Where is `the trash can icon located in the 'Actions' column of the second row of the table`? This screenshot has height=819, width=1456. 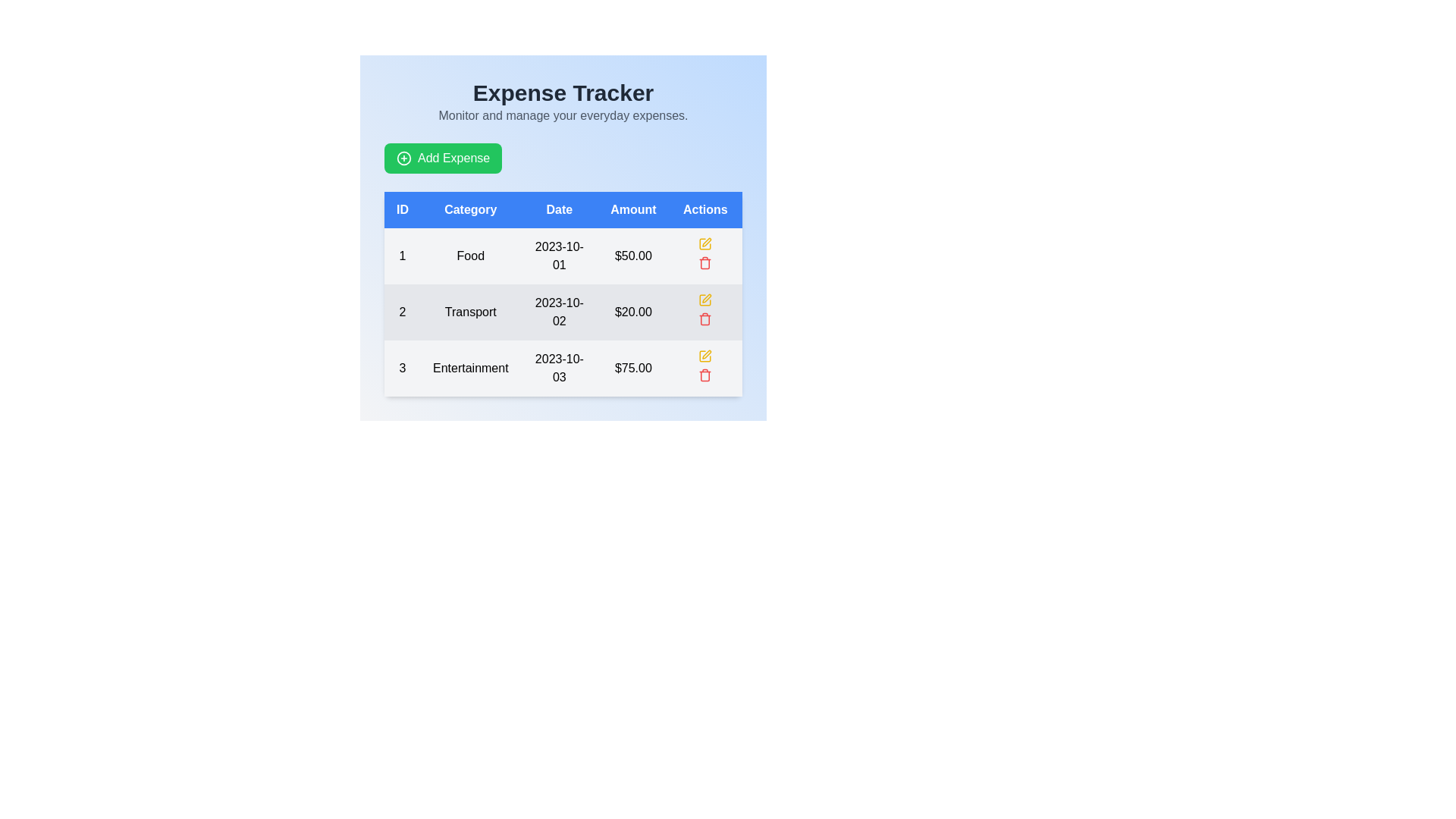
the trash can icon located in the 'Actions' column of the second row of the table is located at coordinates (704, 263).